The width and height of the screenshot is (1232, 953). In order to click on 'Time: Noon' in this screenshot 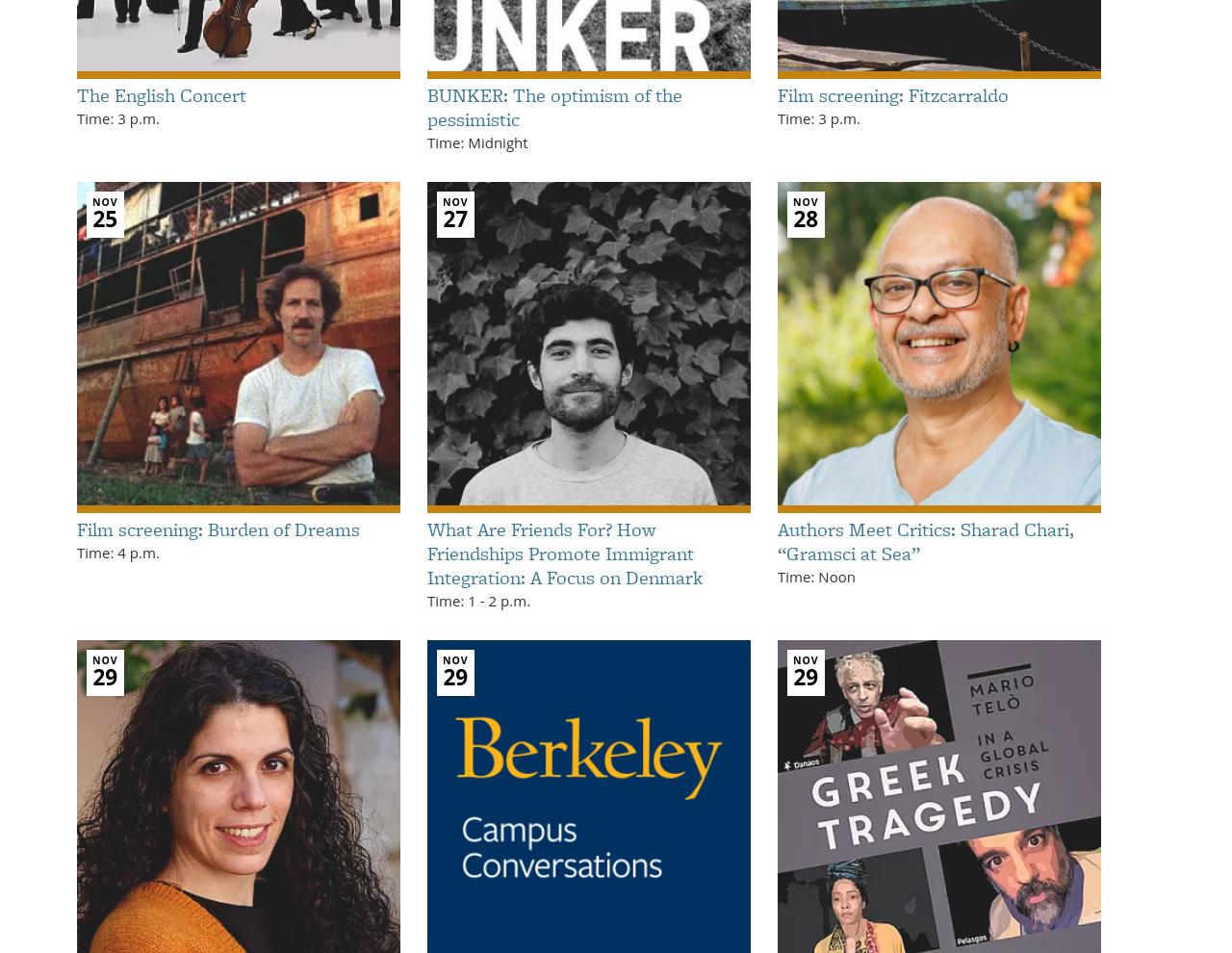, I will do `click(816, 574)`.